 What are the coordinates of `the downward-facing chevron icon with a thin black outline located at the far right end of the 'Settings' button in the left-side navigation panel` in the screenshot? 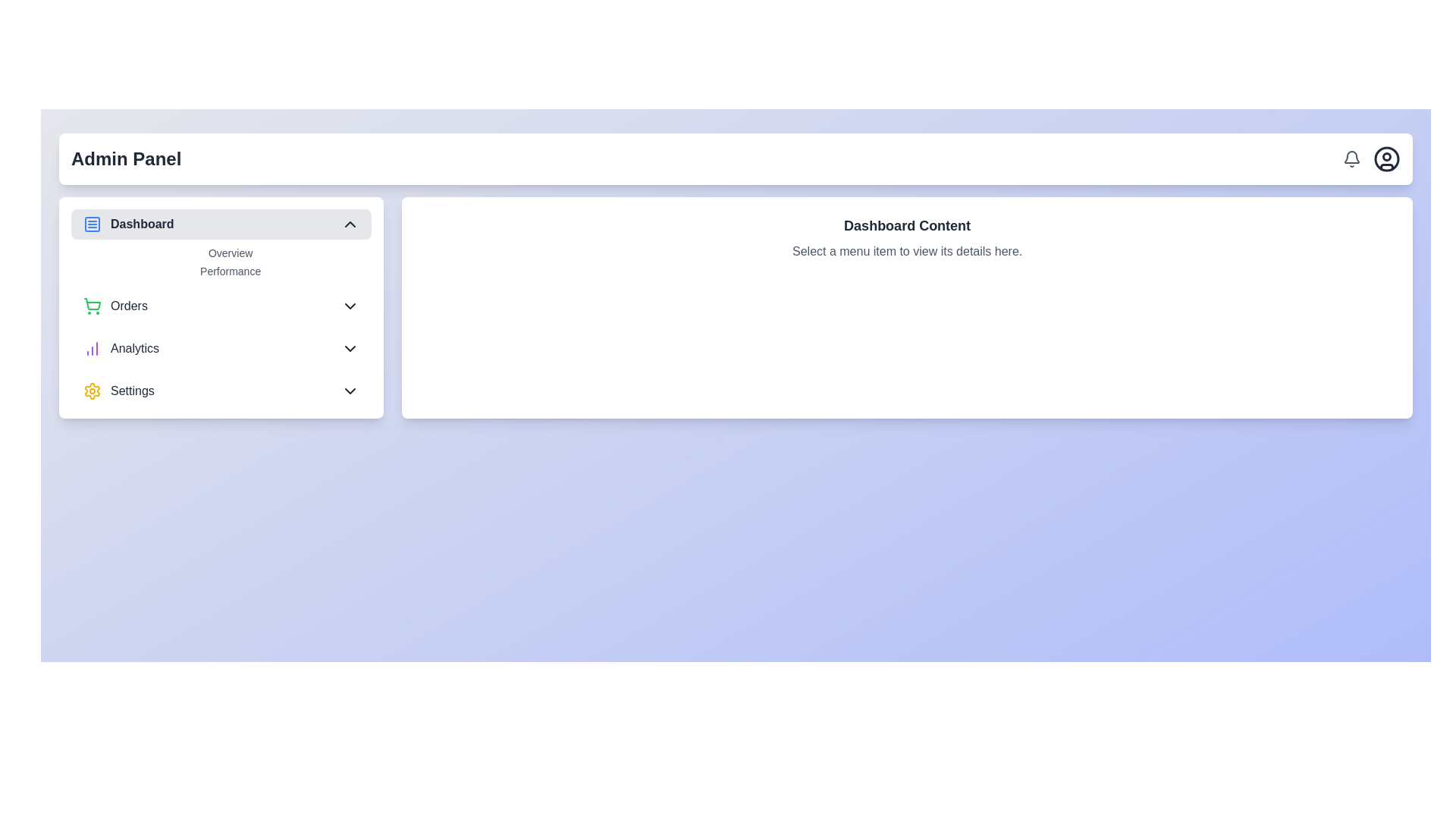 It's located at (350, 391).